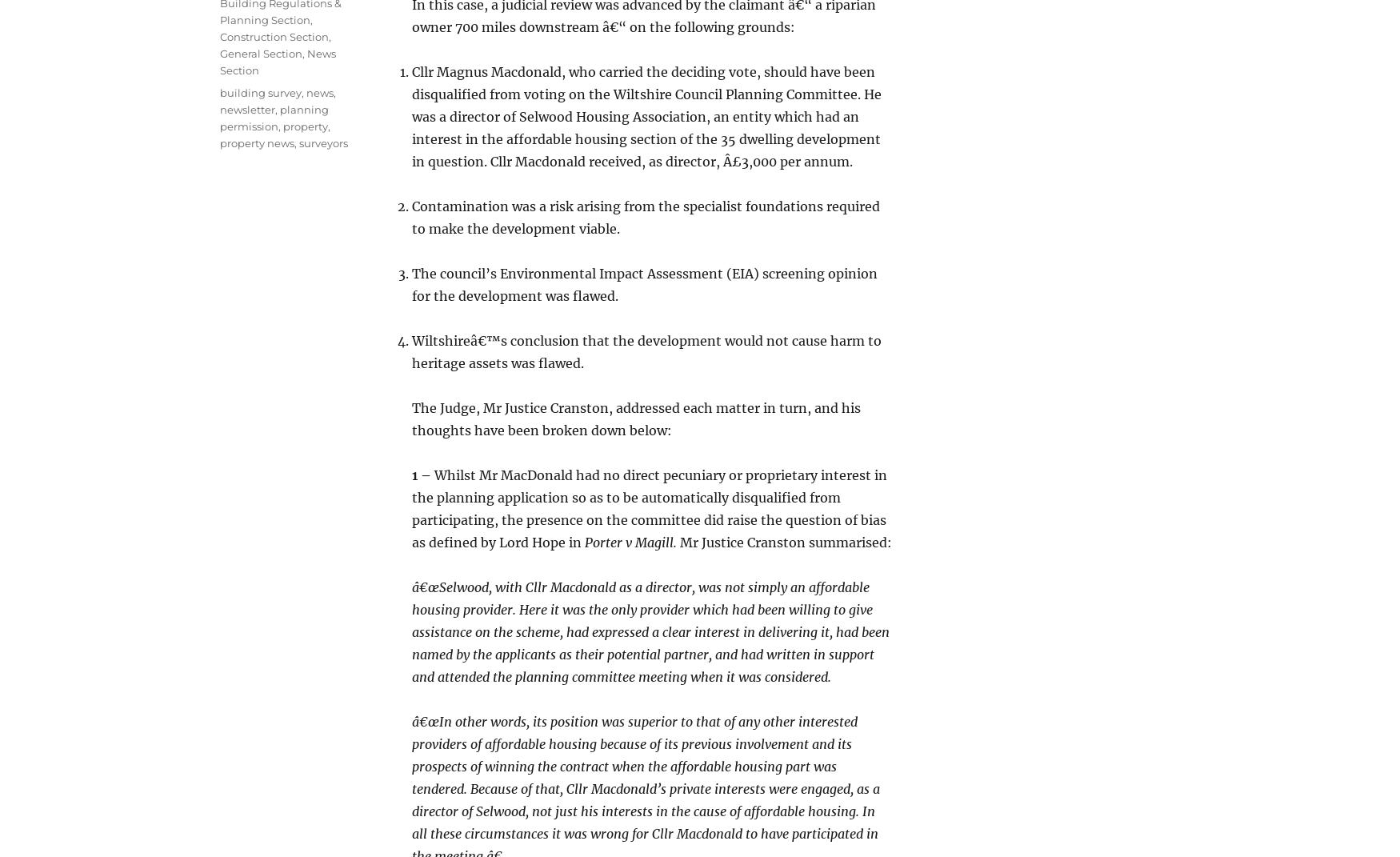 The image size is (1400, 857). I want to click on 'The Judge, Mr Justice Cranston, addressed each matter in turn, and his thoughts have been broken down below:', so click(635, 417).